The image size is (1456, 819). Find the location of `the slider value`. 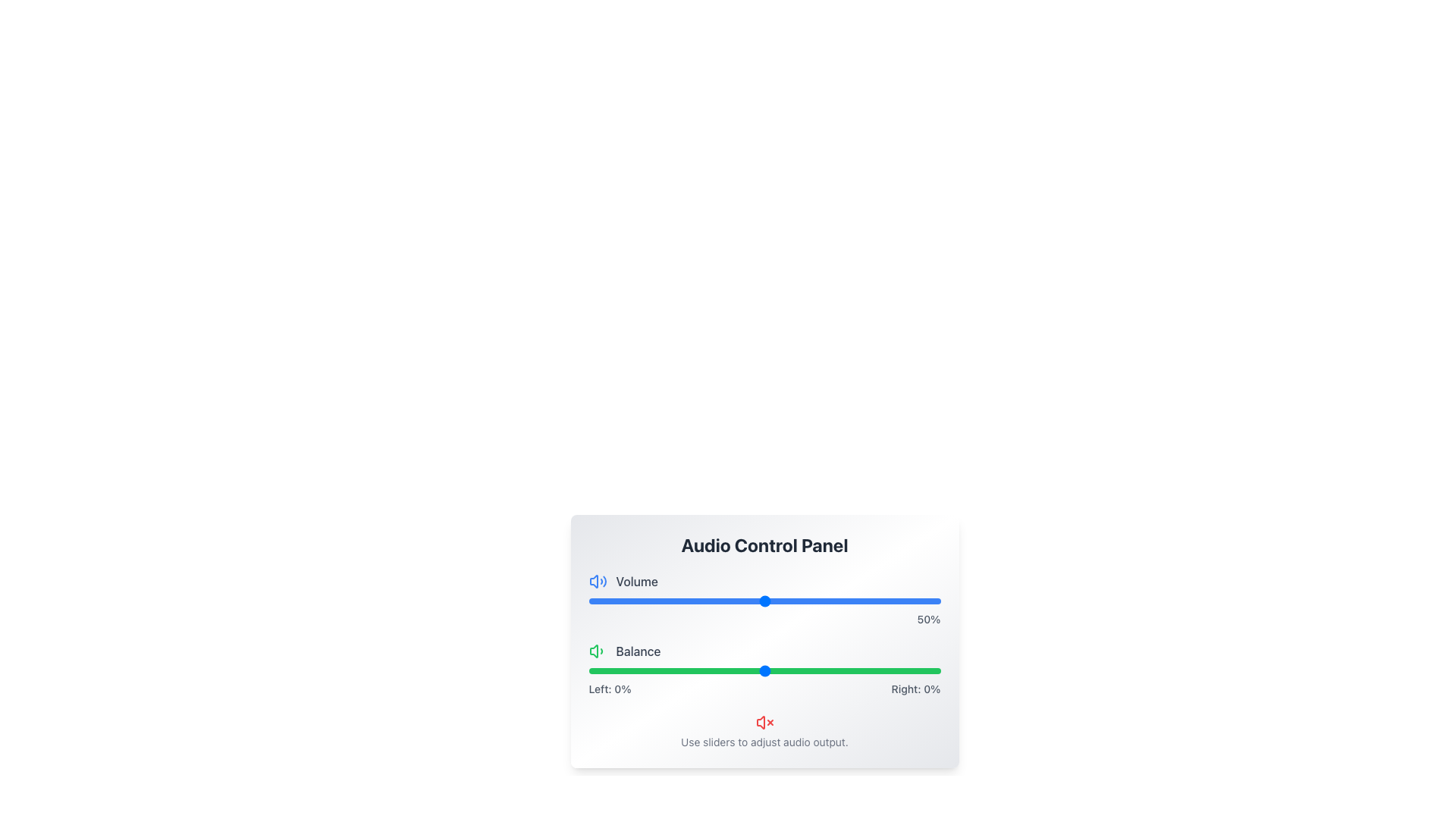

the slider value is located at coordinates (736, 601).